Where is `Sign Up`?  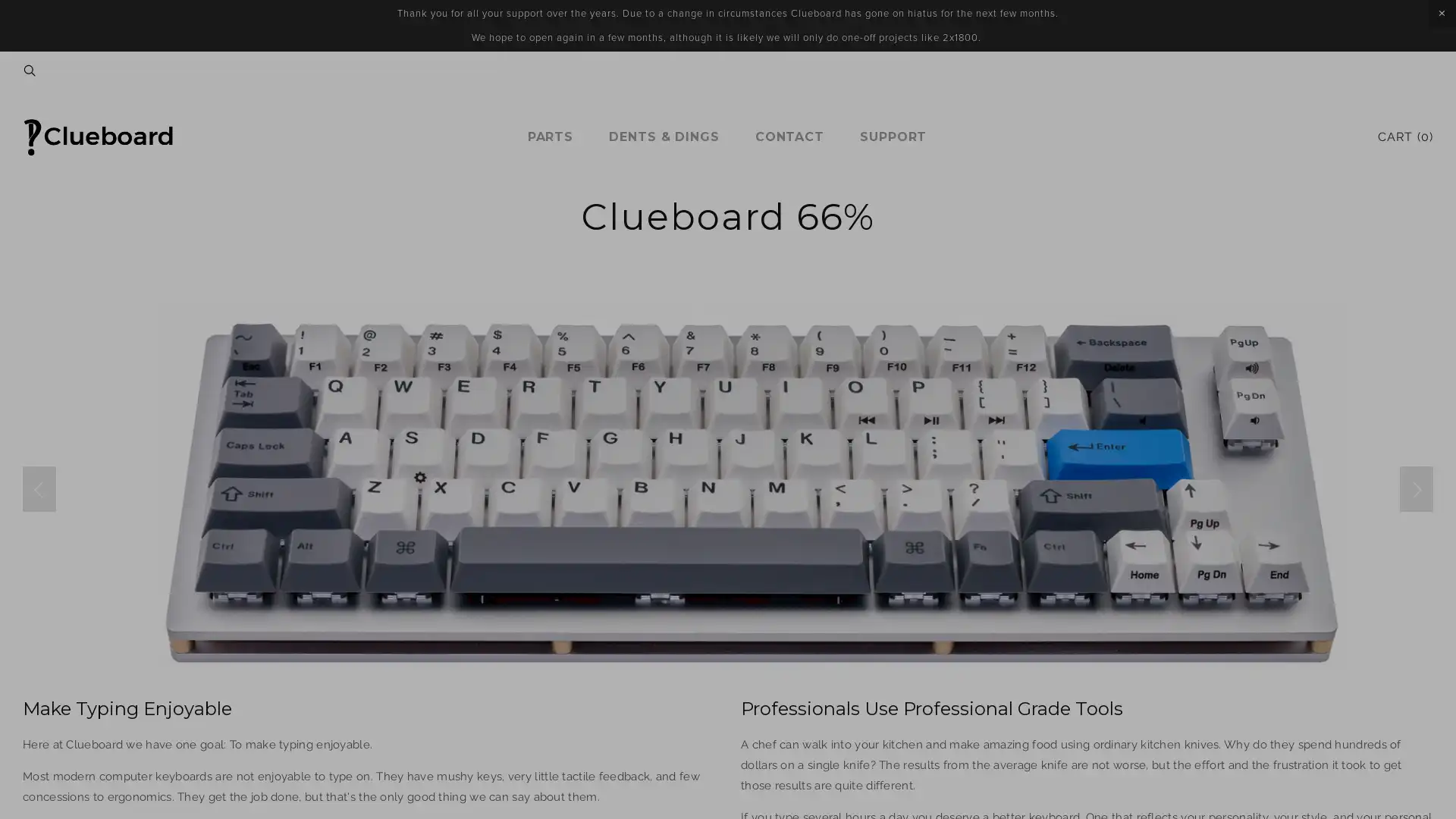 Sign Up is located at coordinates (863, 499).